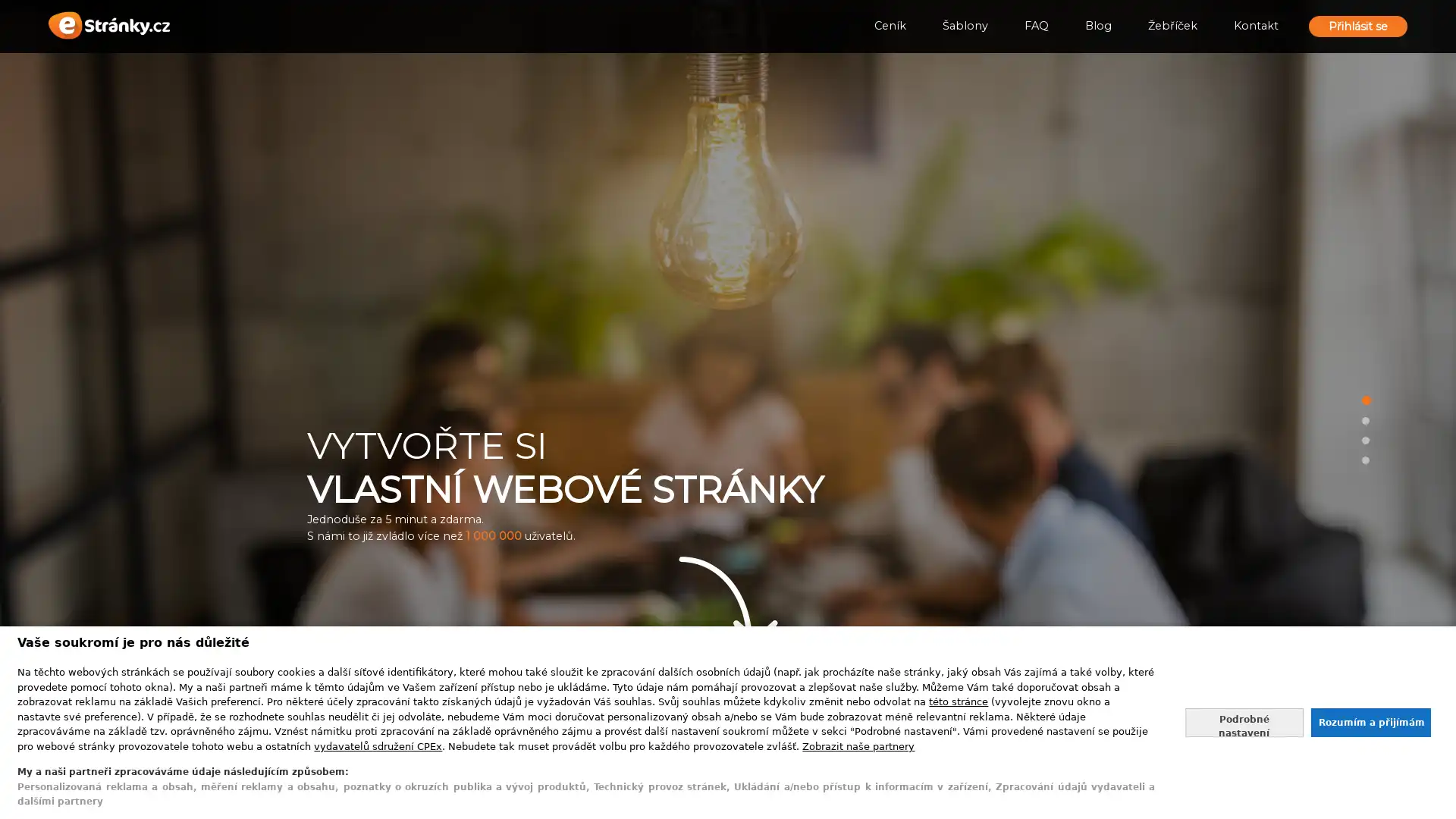 Image resolution: width=1456 pixels, height=819 pixels. Describe the element at coordinates (1370, 721) in the screenshot. I see `Souhlasit s nasim zpracovanim udaju a zavrit` at that location.